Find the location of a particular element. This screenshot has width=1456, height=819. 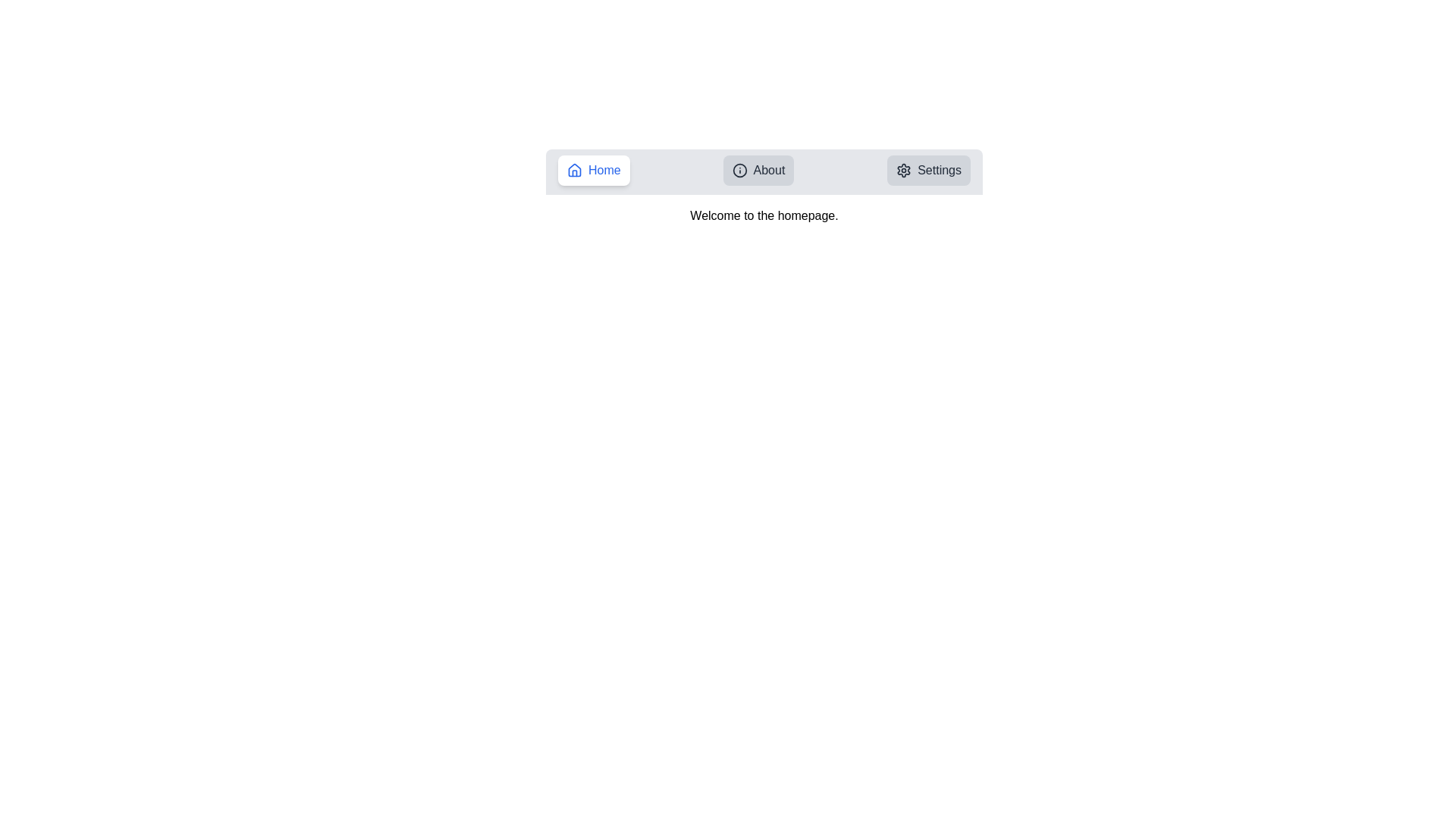

the tab labeled About is located at coordinates (758, 170).